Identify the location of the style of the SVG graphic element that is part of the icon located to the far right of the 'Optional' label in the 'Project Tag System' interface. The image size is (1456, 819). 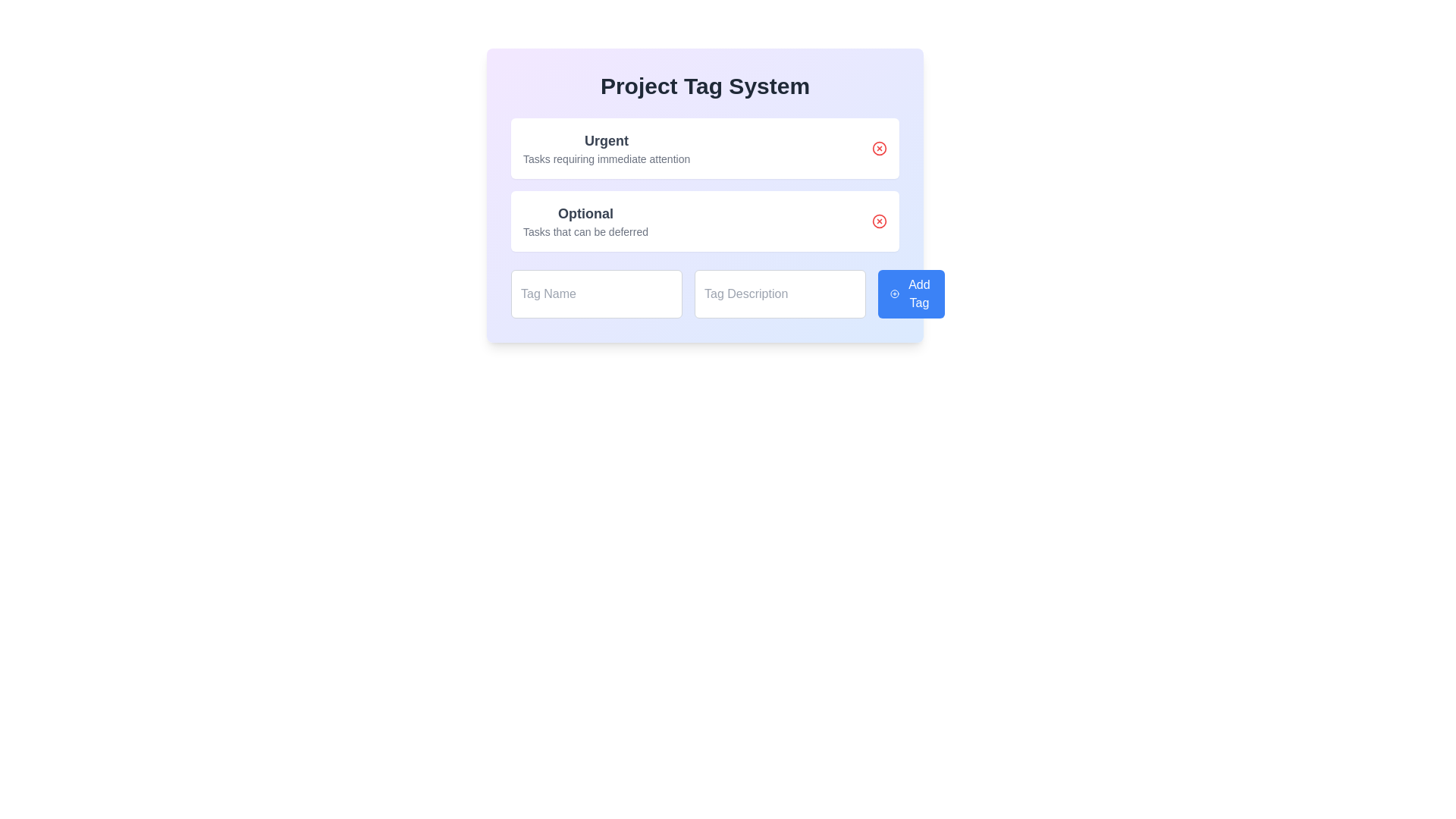
(880, 221).